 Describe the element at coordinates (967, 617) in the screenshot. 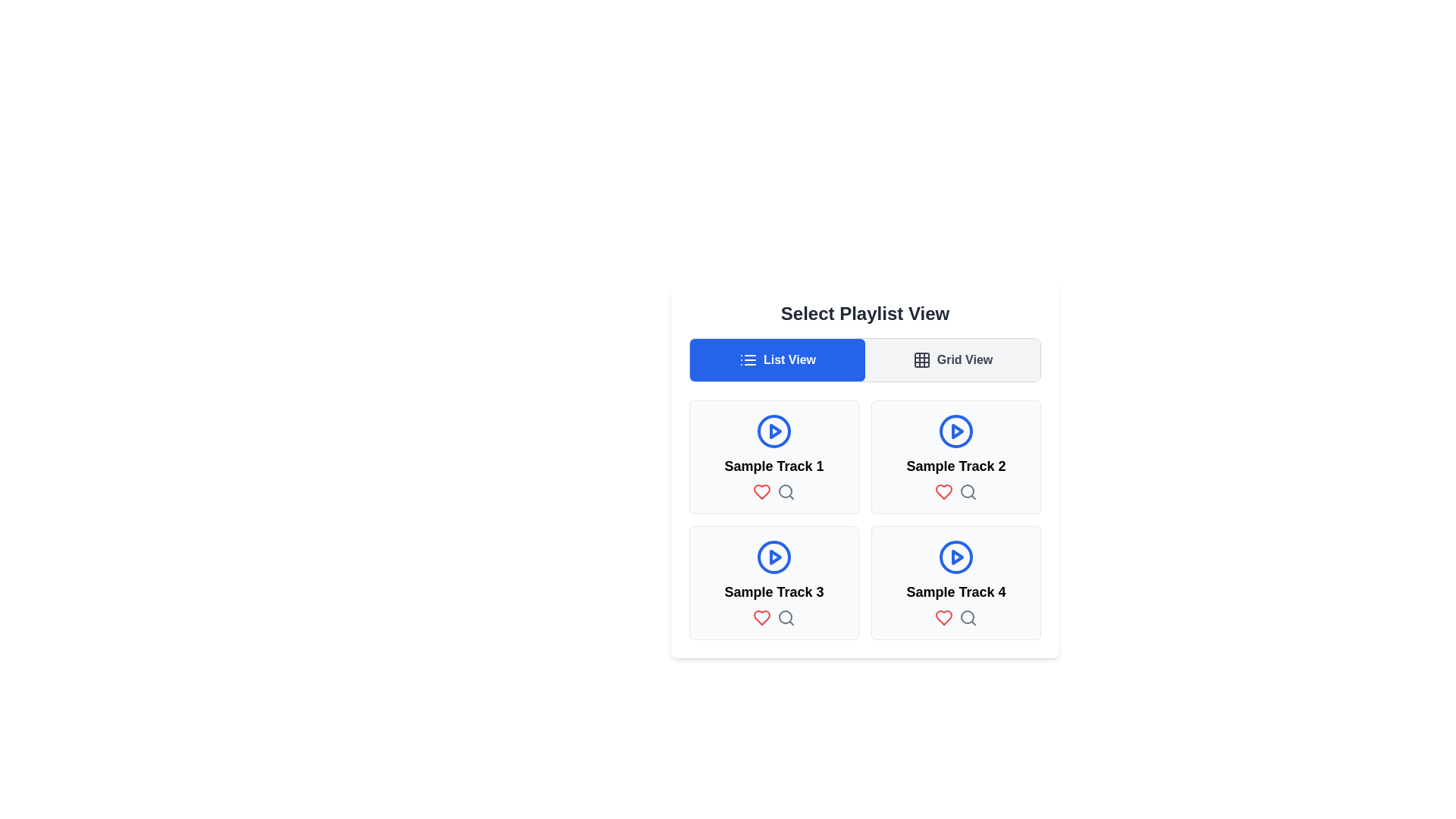

I see `the inner circle of the magnifying glass icon, which represents the search functionality` at that location.